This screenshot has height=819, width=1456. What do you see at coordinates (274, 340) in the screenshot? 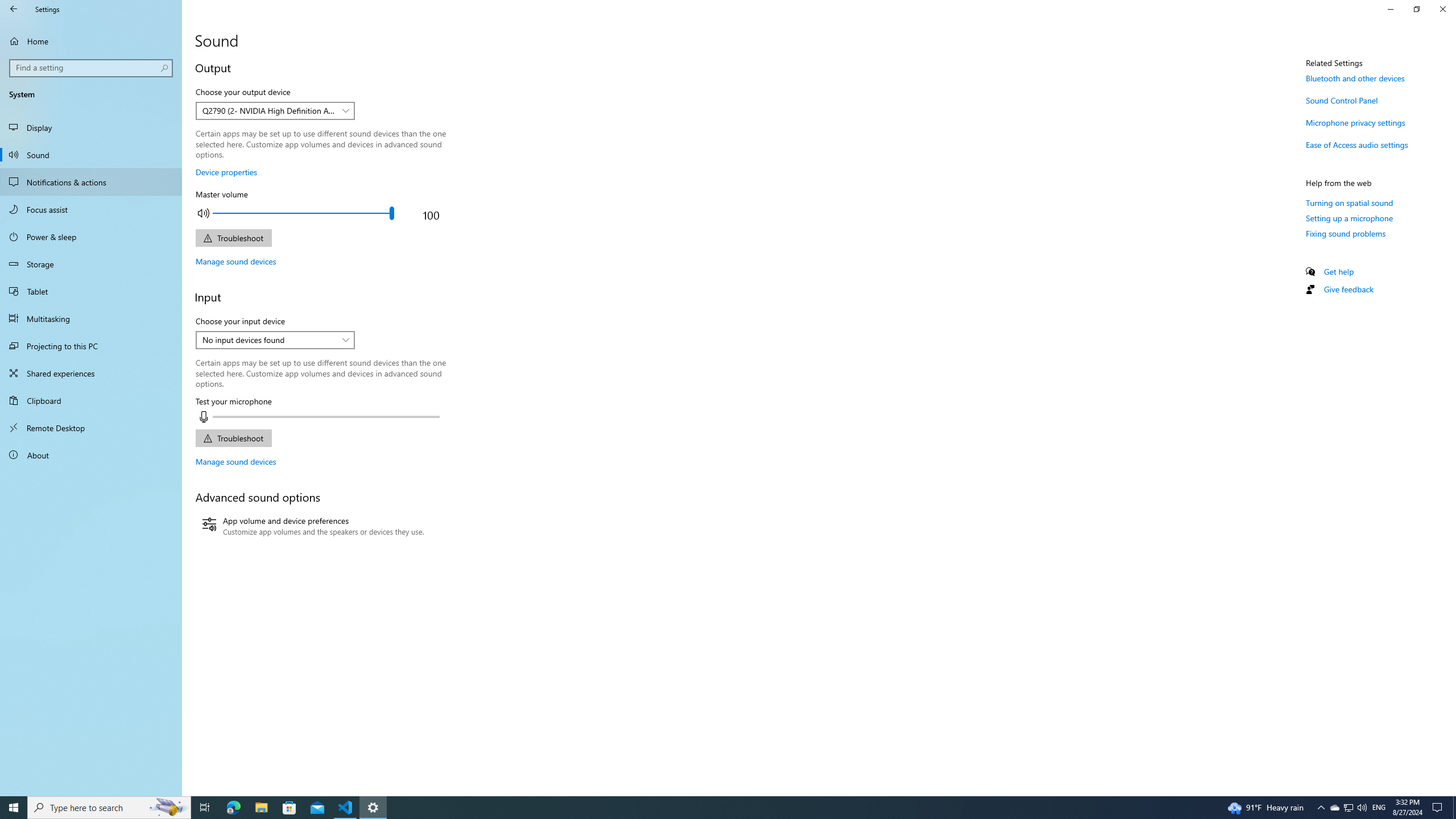
I see `'Choose your input device'` at bounding box center [274, 340].